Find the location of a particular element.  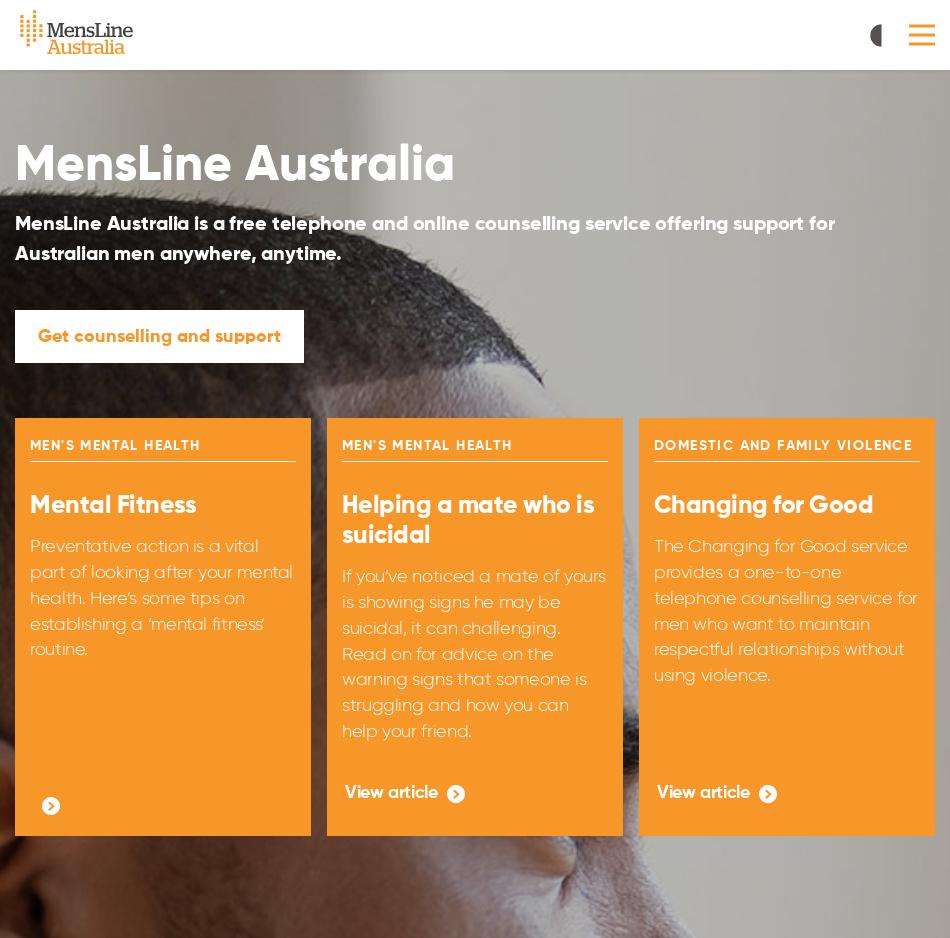

'If you’ve noticed a mate of yours is showing signs he may be suicidal, it can challenging. Read on for advice on the warning signs that someone is struggling and how you can help your friend.' is located at coordinates (472, 652).